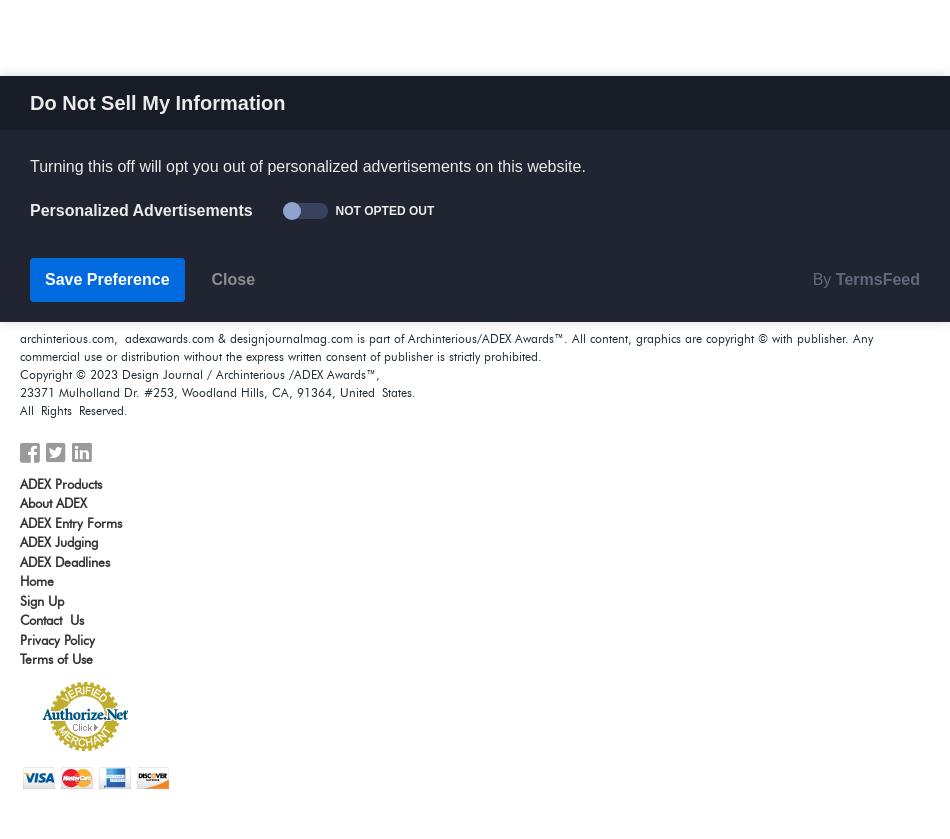 This screenshot has height=839, width=950. I want to click on 'Turning this off will opt you out of personalized advertisements on this website.', so click(306, 166).